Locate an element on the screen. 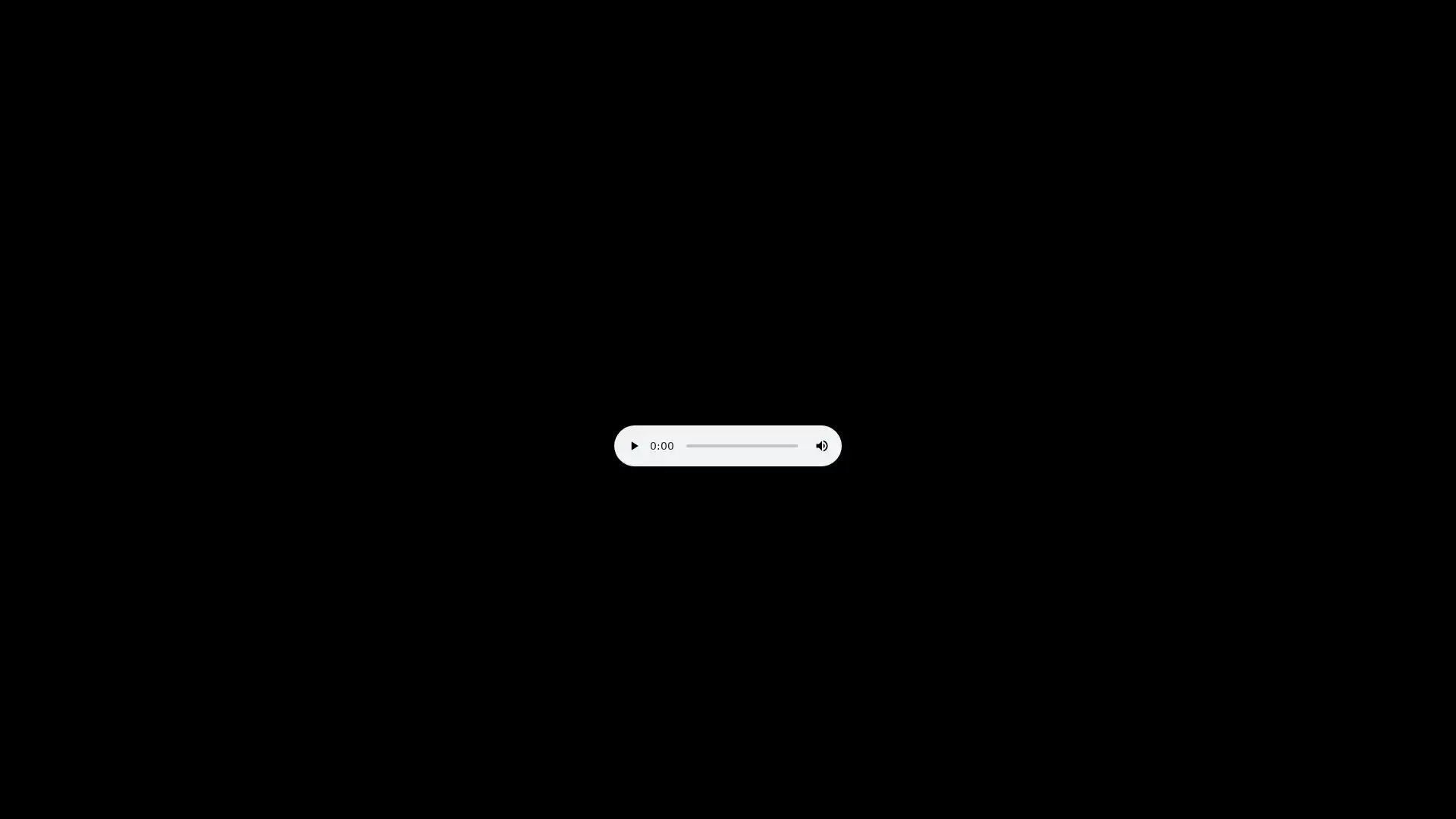  play is located at coordinates (633, 444).